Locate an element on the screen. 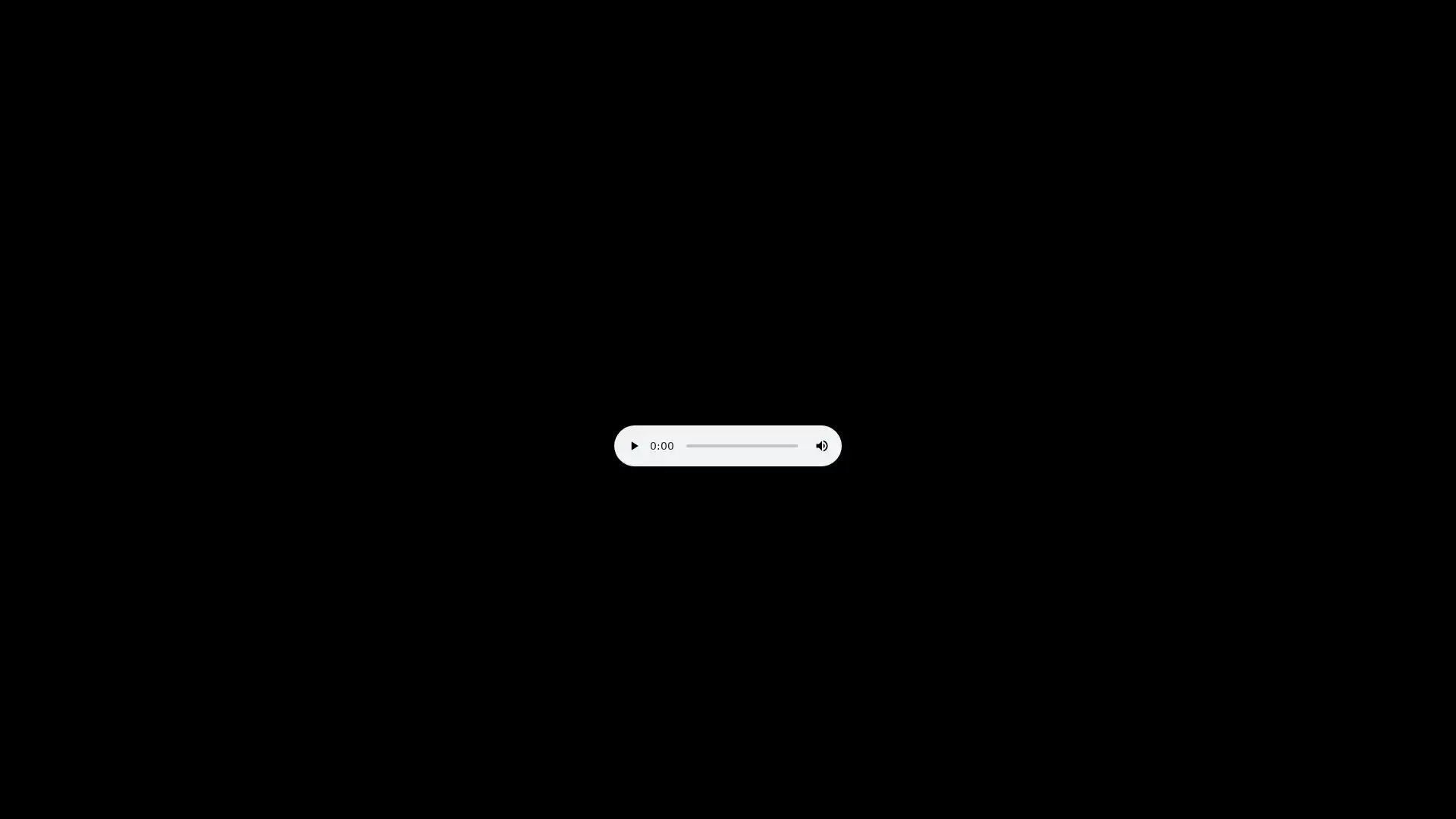  play is located at coordinates (633, 444).